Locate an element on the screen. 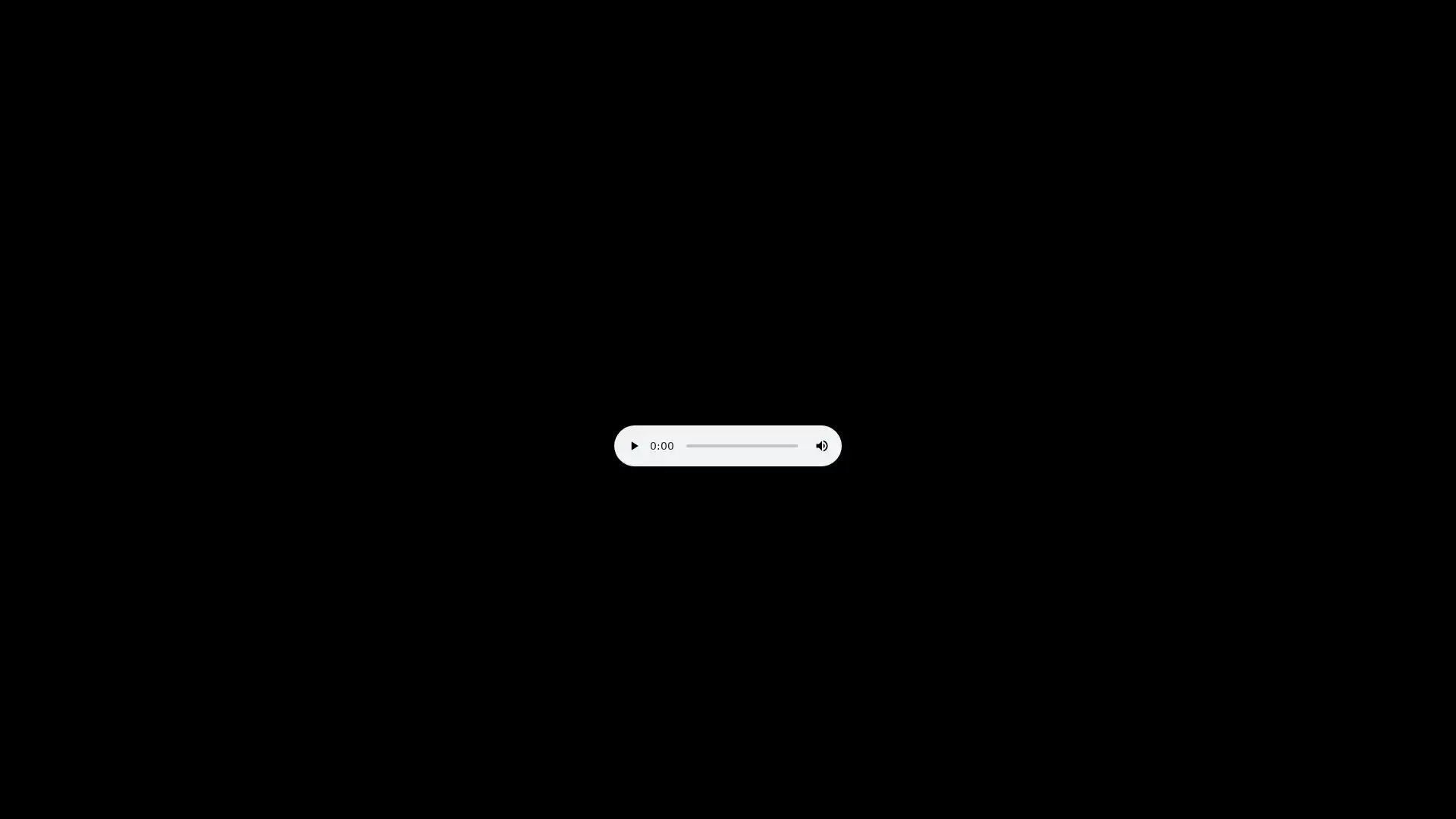  play is located at coordinates (633, 444).